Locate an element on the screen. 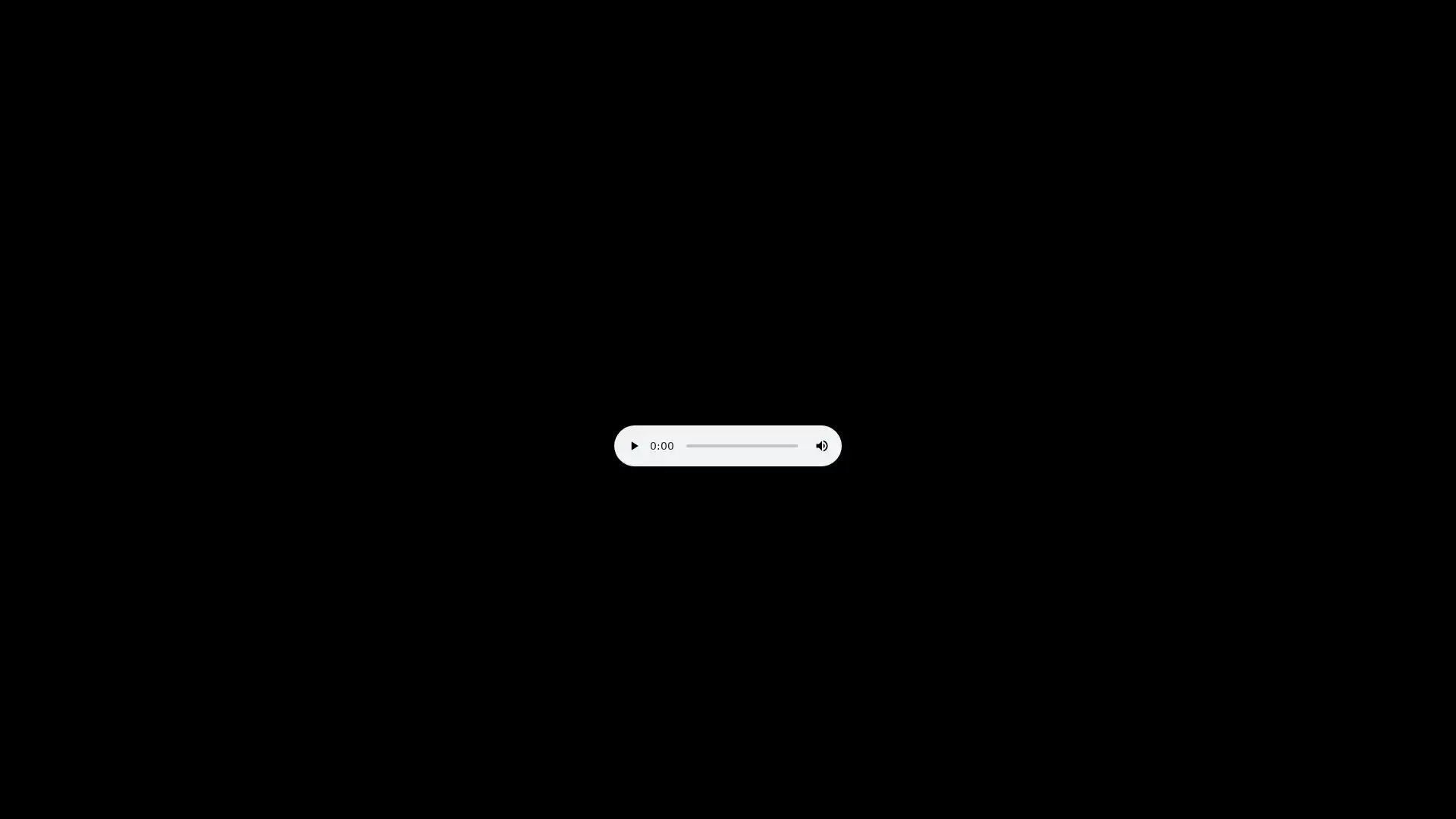  play is located at coordinates (633, 444).